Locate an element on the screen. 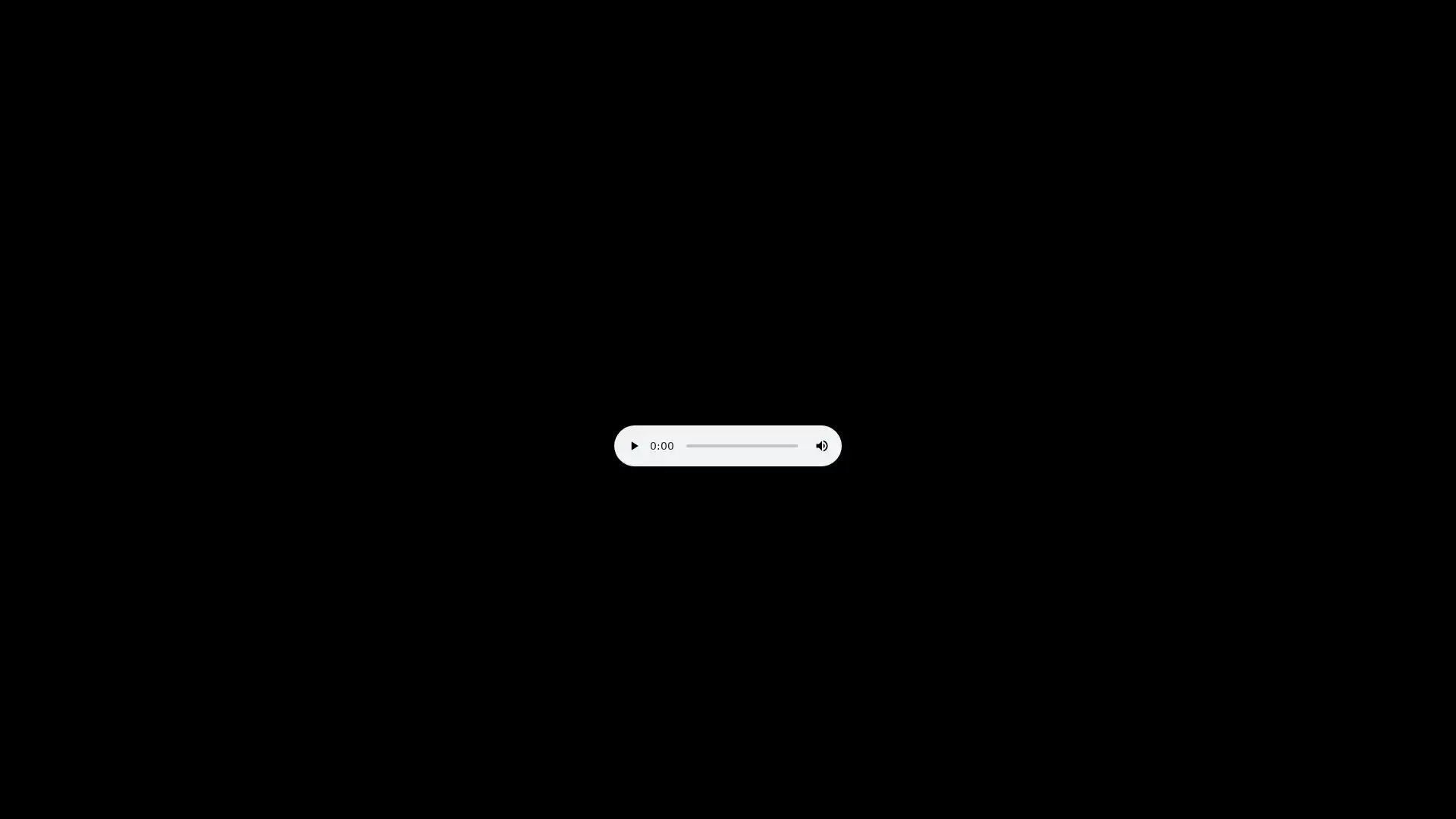  play is located at coordinates (633, 444).